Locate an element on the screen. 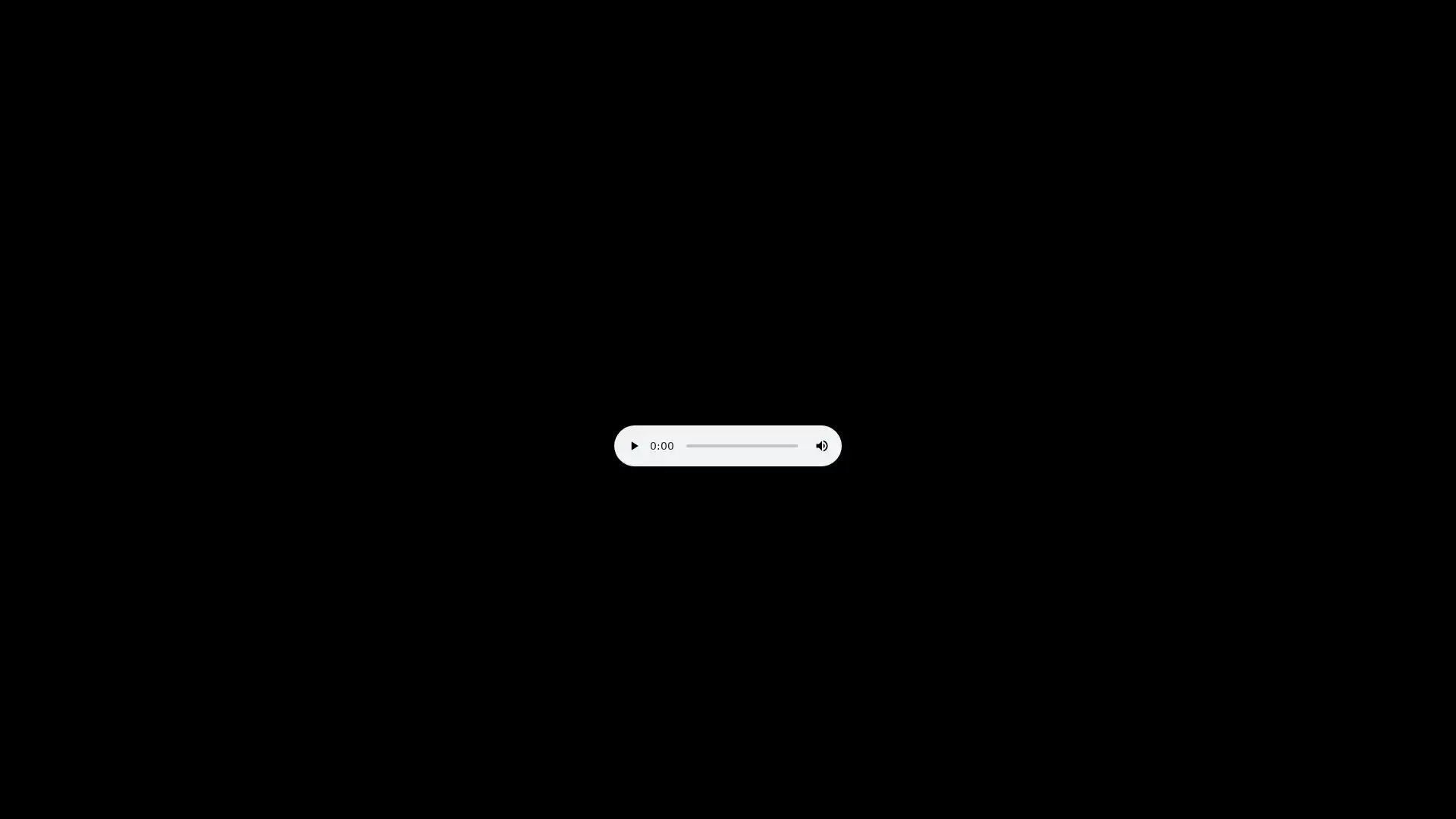  play is located at coordinates (633, 444).